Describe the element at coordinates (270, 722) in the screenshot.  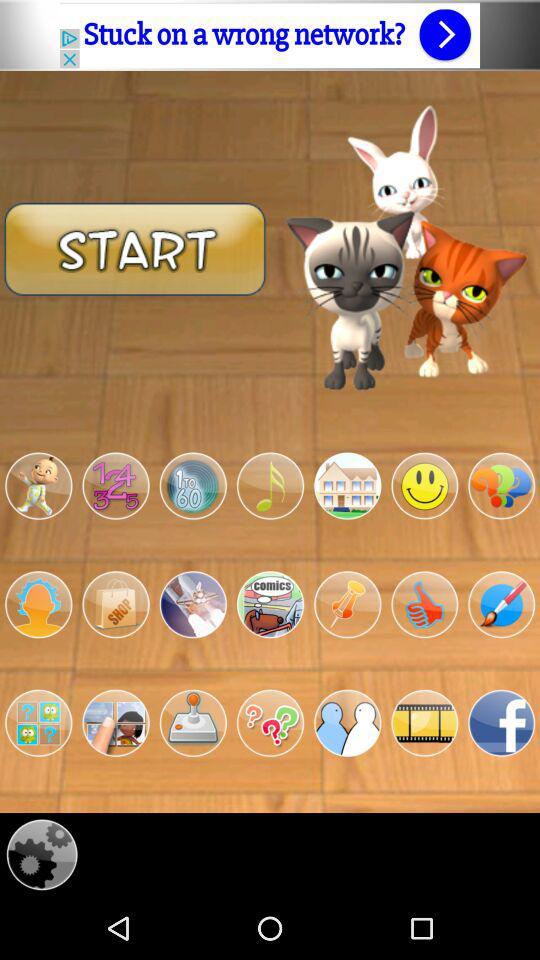
I see `open help` at that location.